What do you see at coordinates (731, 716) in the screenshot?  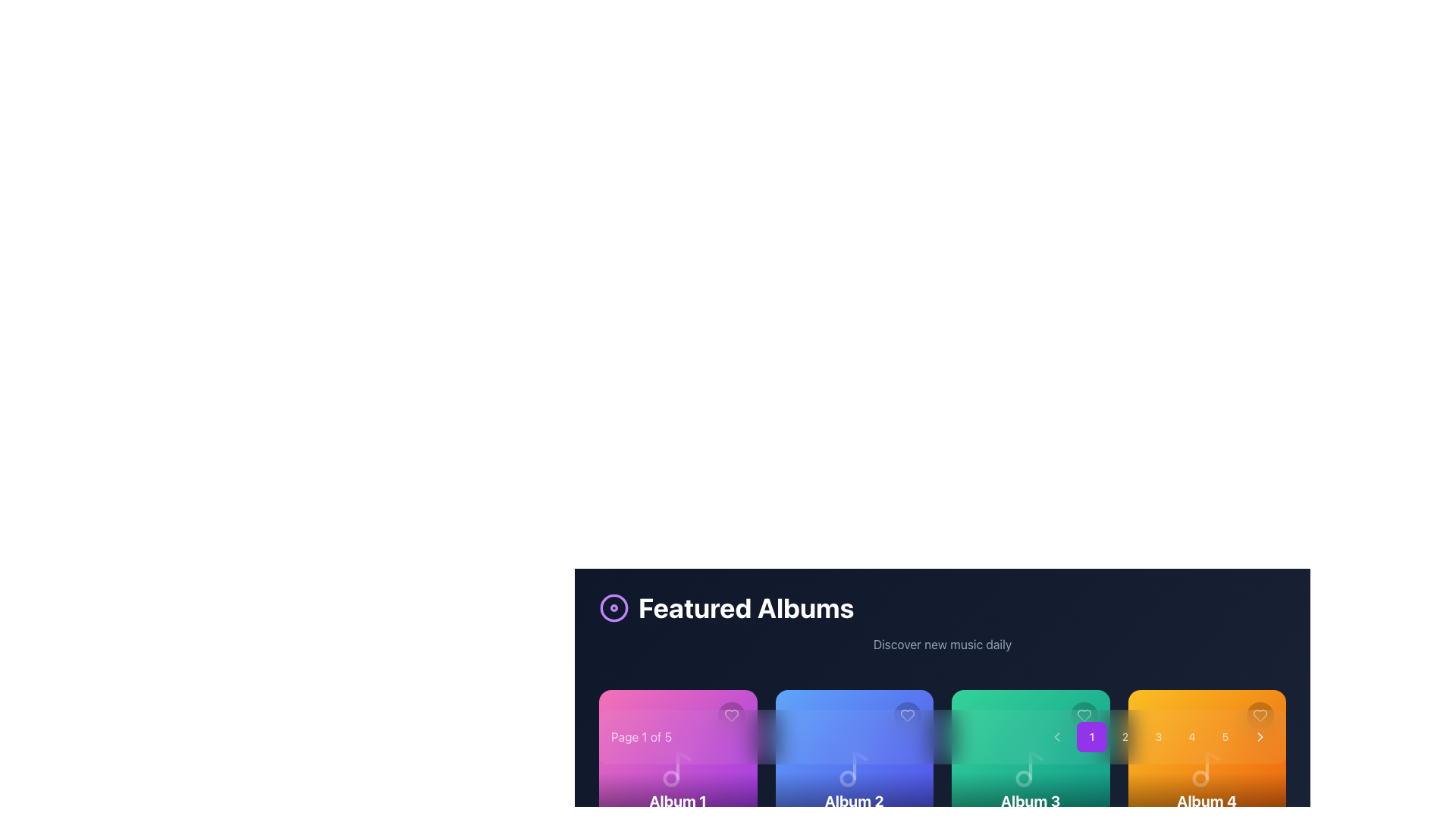 I see `the heart icon located in the top-right corner of the 'Album 1' pink album card` at bounding box center [731, 716].